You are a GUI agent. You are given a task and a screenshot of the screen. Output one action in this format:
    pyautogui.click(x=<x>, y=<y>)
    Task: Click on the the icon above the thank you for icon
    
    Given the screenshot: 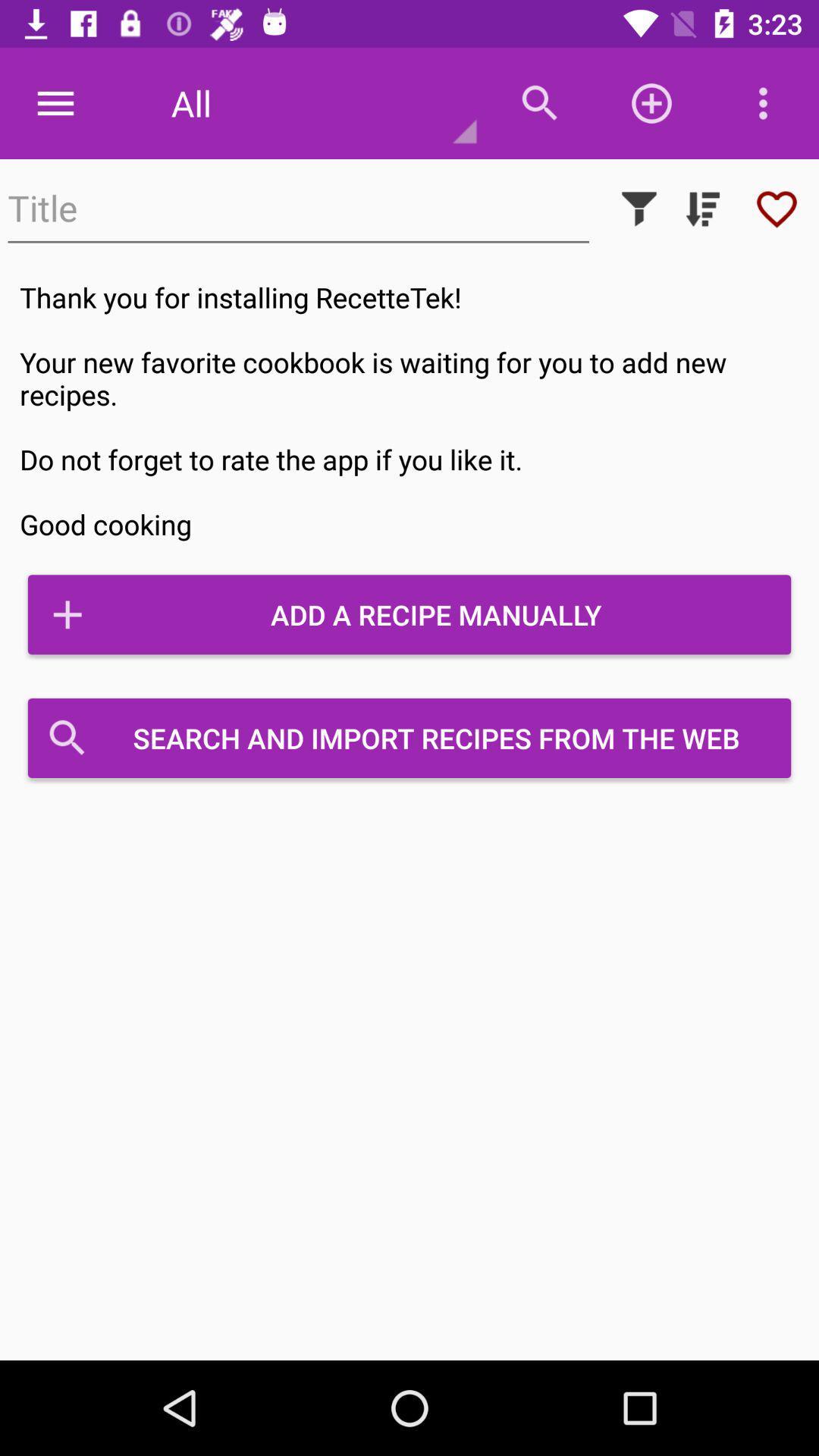 What is the action you would take?
    pyautogui.click(x=702, y=208)
    